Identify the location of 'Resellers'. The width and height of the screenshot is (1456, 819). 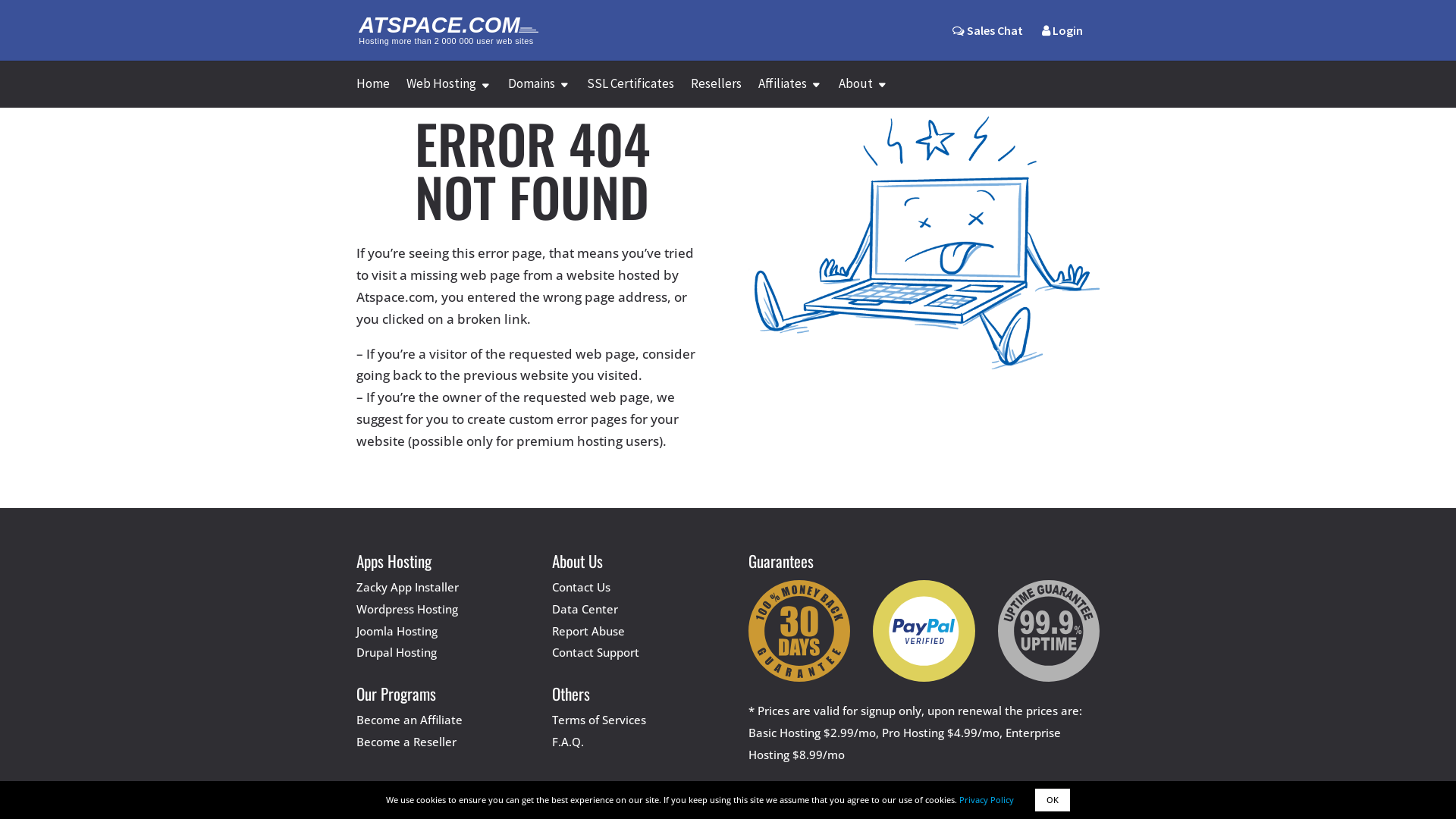
(690, 93).